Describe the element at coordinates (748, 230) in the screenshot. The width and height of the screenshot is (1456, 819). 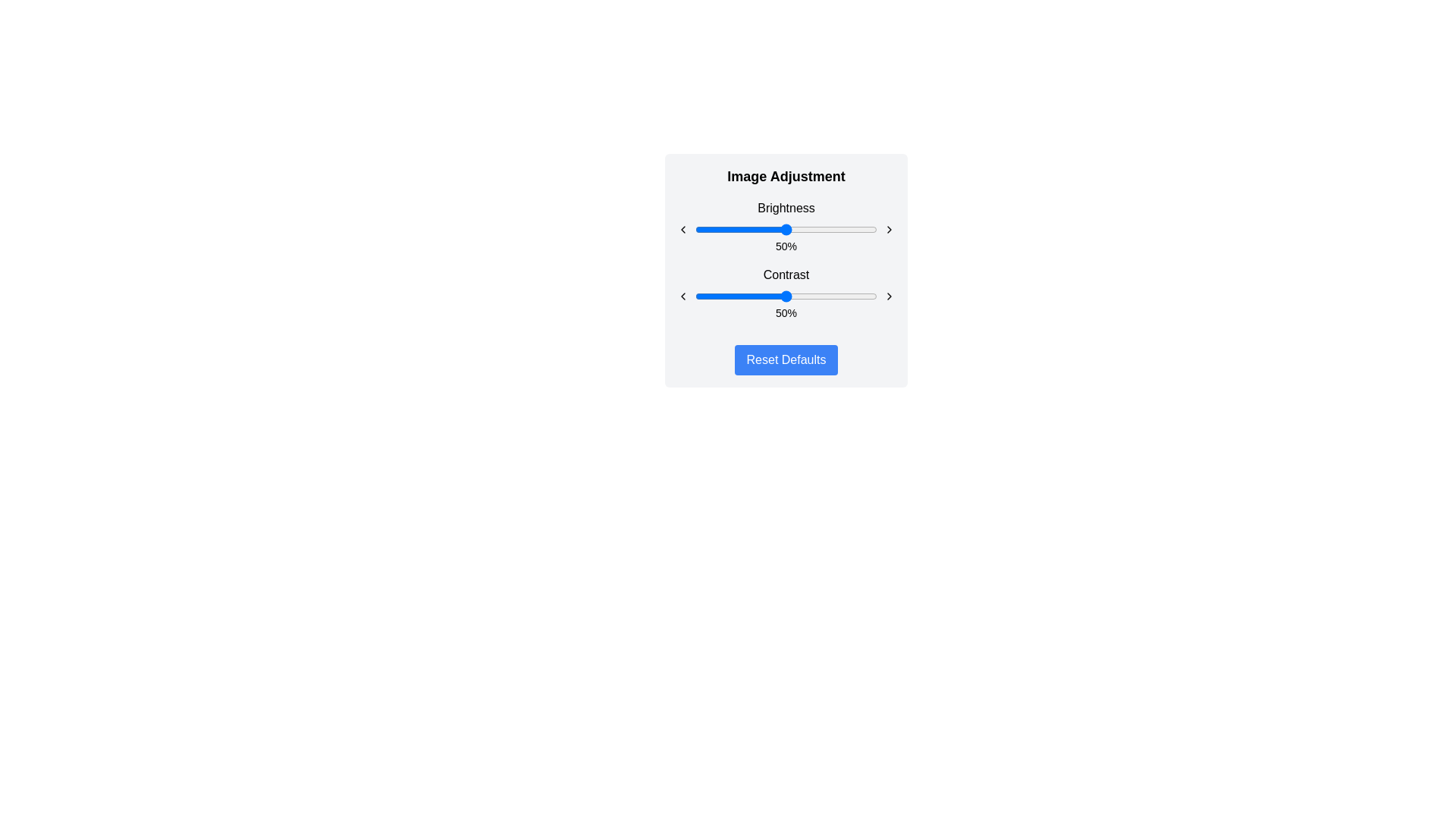
I see `brightness` at that location.